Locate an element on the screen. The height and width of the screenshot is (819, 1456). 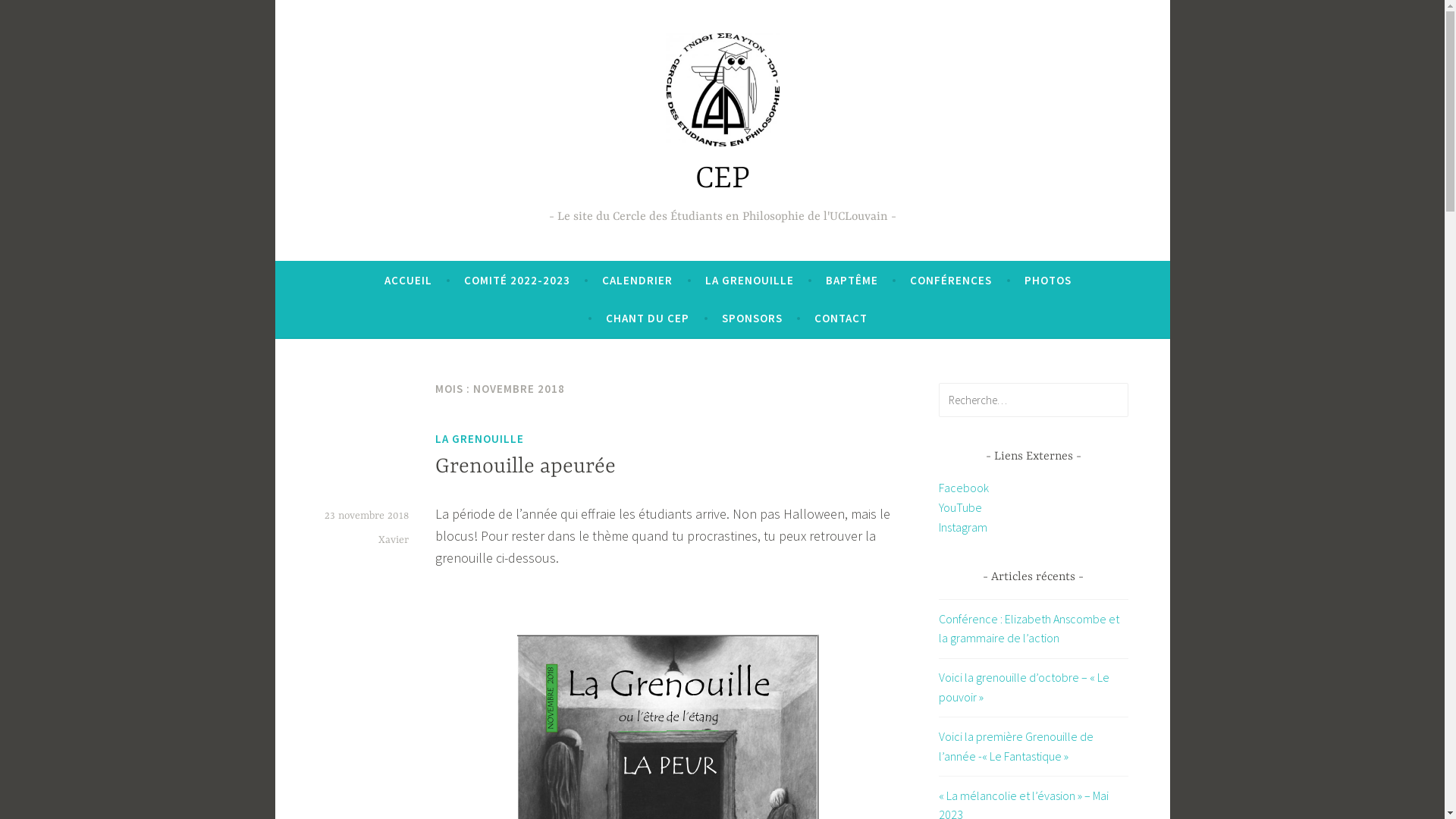
'CONTACT' is located at coordinates (814, 318).